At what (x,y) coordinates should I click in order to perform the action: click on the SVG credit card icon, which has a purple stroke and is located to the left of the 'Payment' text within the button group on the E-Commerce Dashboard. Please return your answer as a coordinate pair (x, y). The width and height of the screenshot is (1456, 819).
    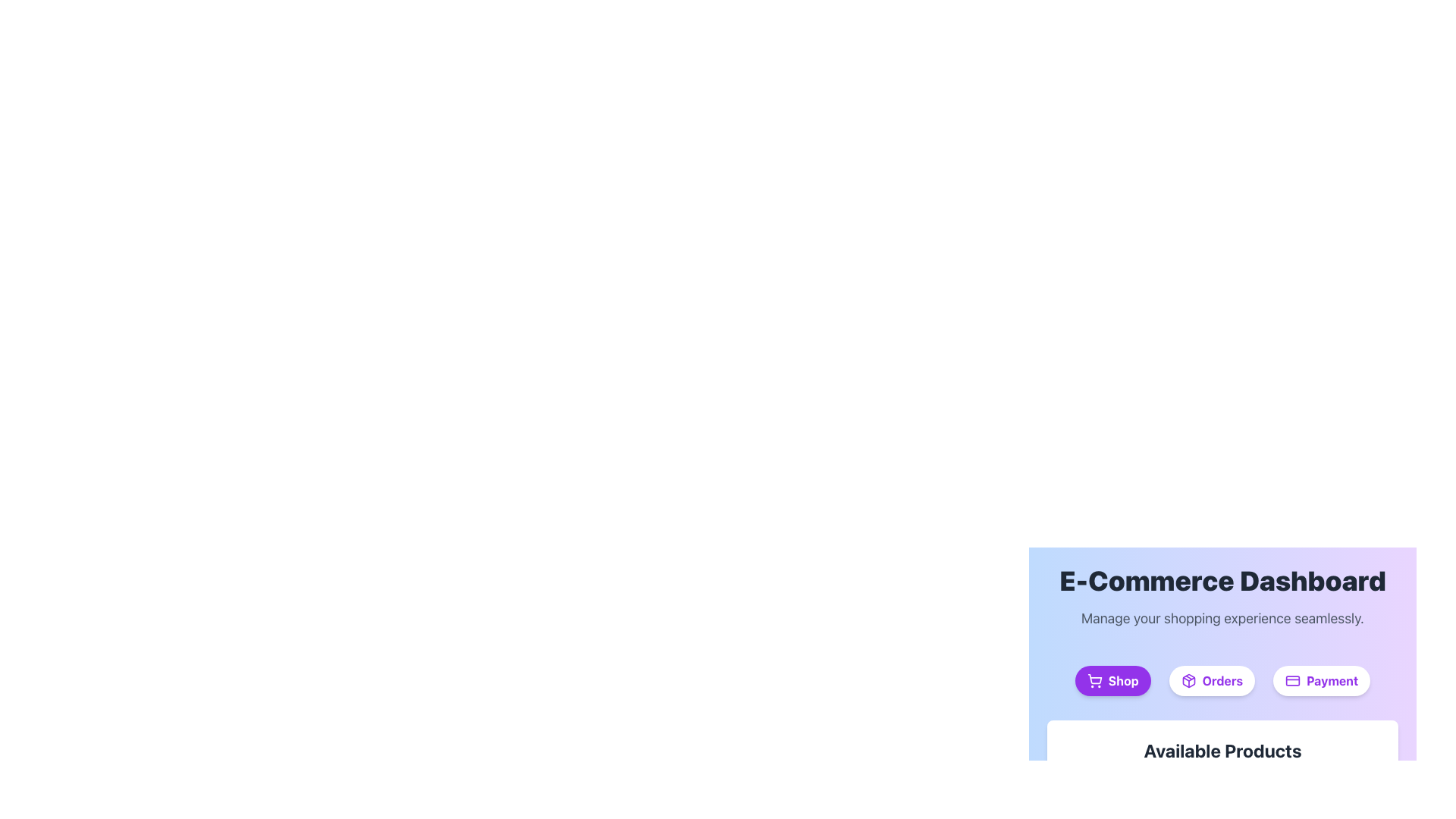
    Looking at the image, I should click on (1291, 680).